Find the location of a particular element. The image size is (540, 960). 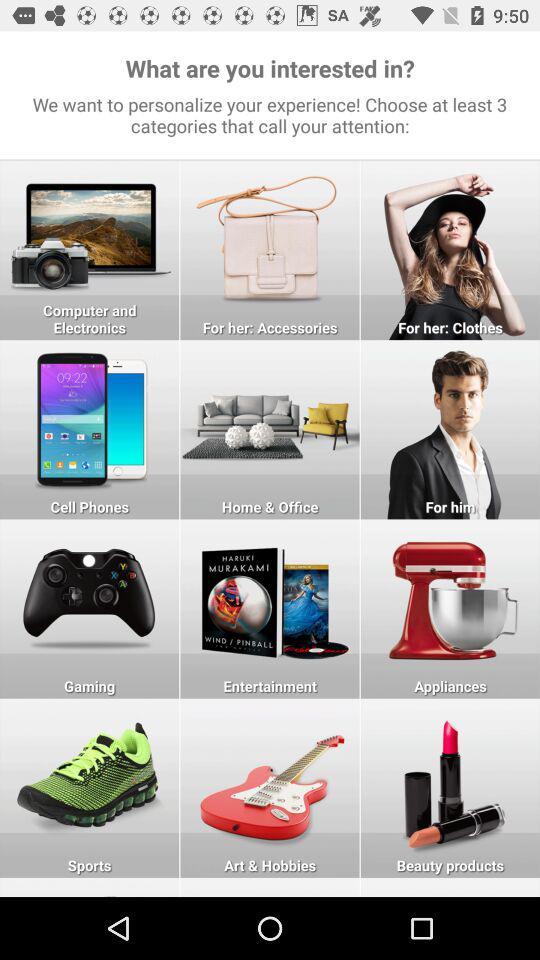

appliances is located at coordinates (450, 608).